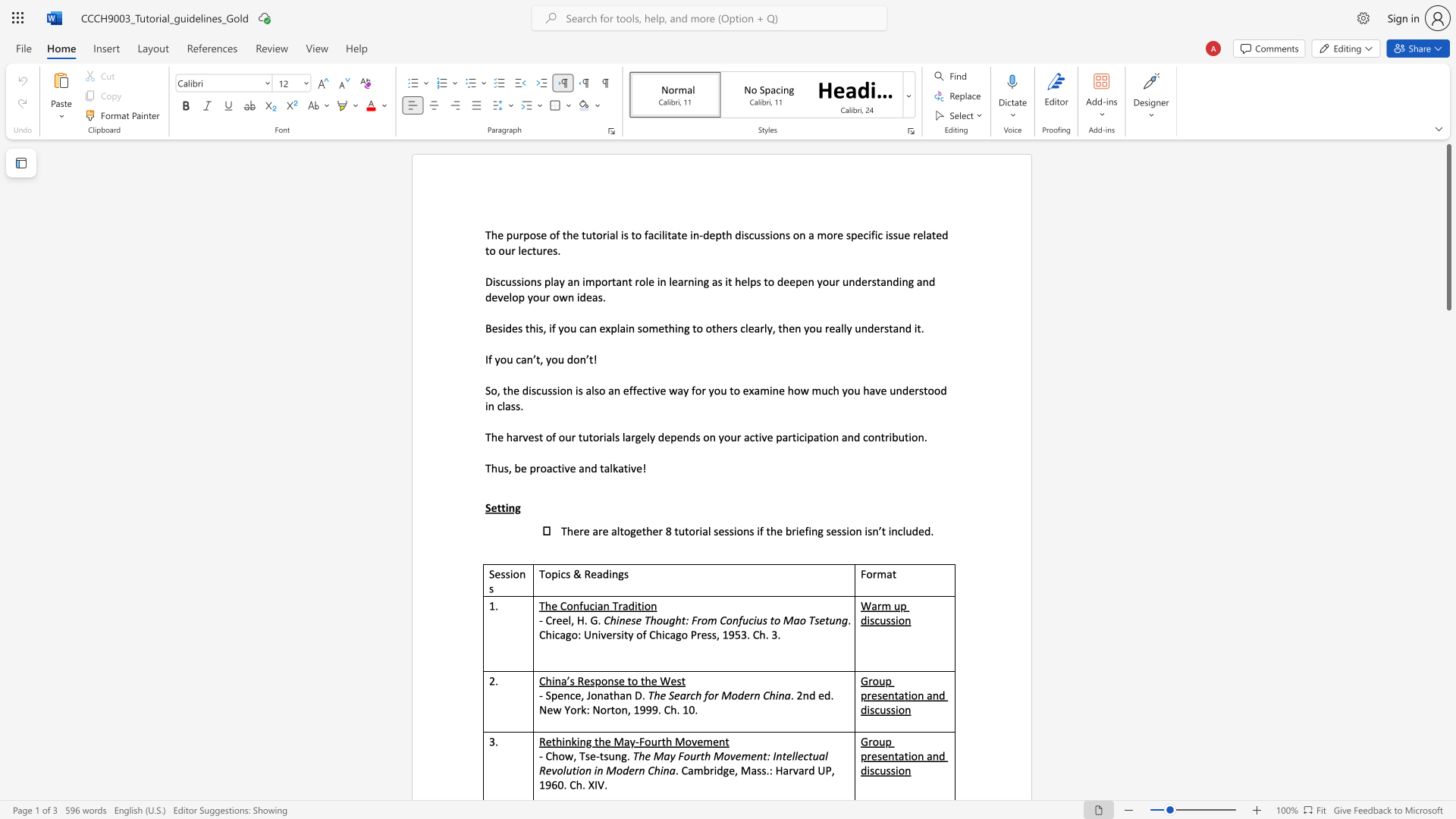  I want to click on the scrollbar on the right to shift the page lower, so click(1448, 356).